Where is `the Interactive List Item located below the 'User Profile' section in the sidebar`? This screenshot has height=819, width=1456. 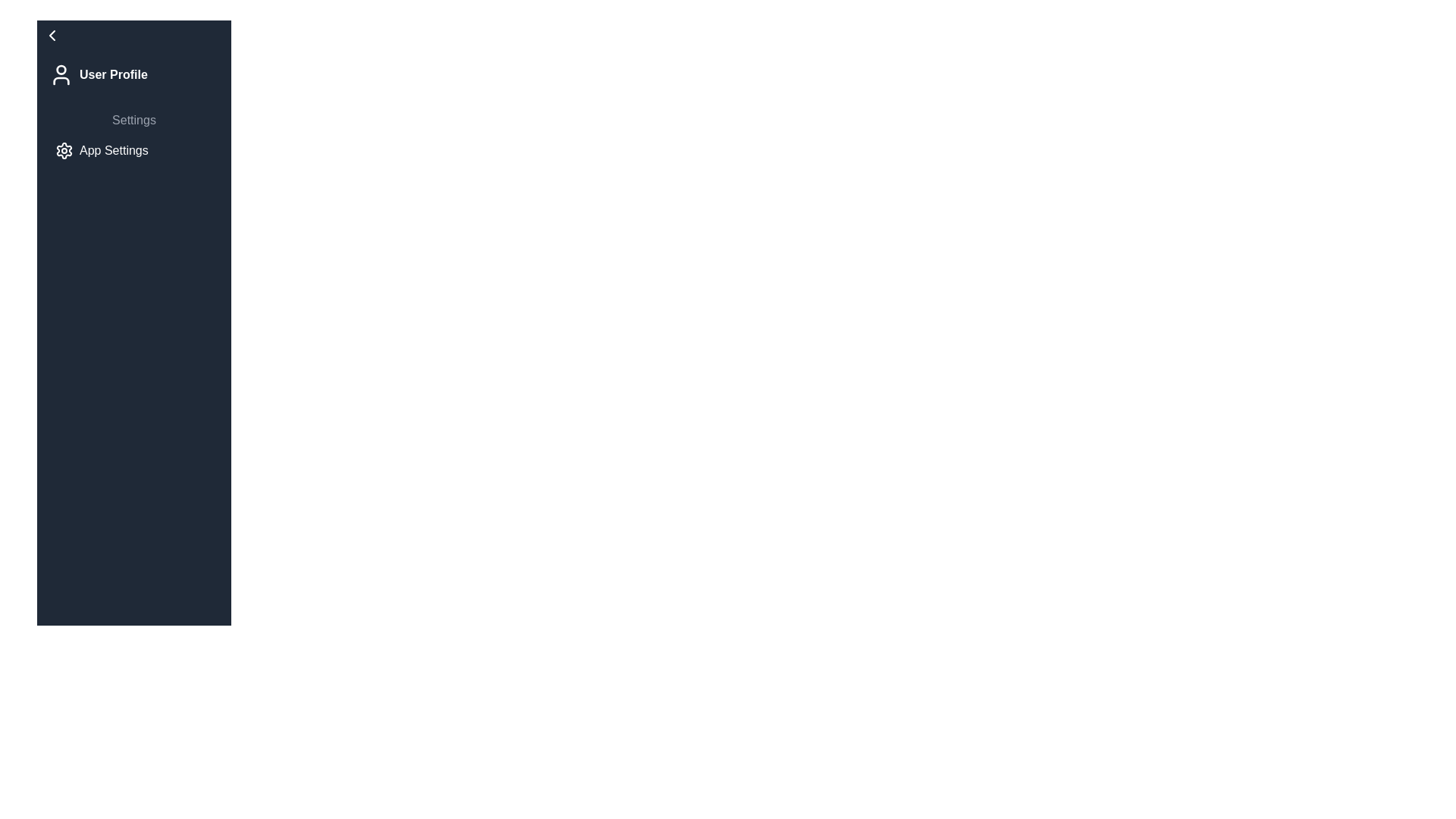
the Interactive List Item located below the 'User Profile' section in the sidebar is located at coordinates (134, 138).